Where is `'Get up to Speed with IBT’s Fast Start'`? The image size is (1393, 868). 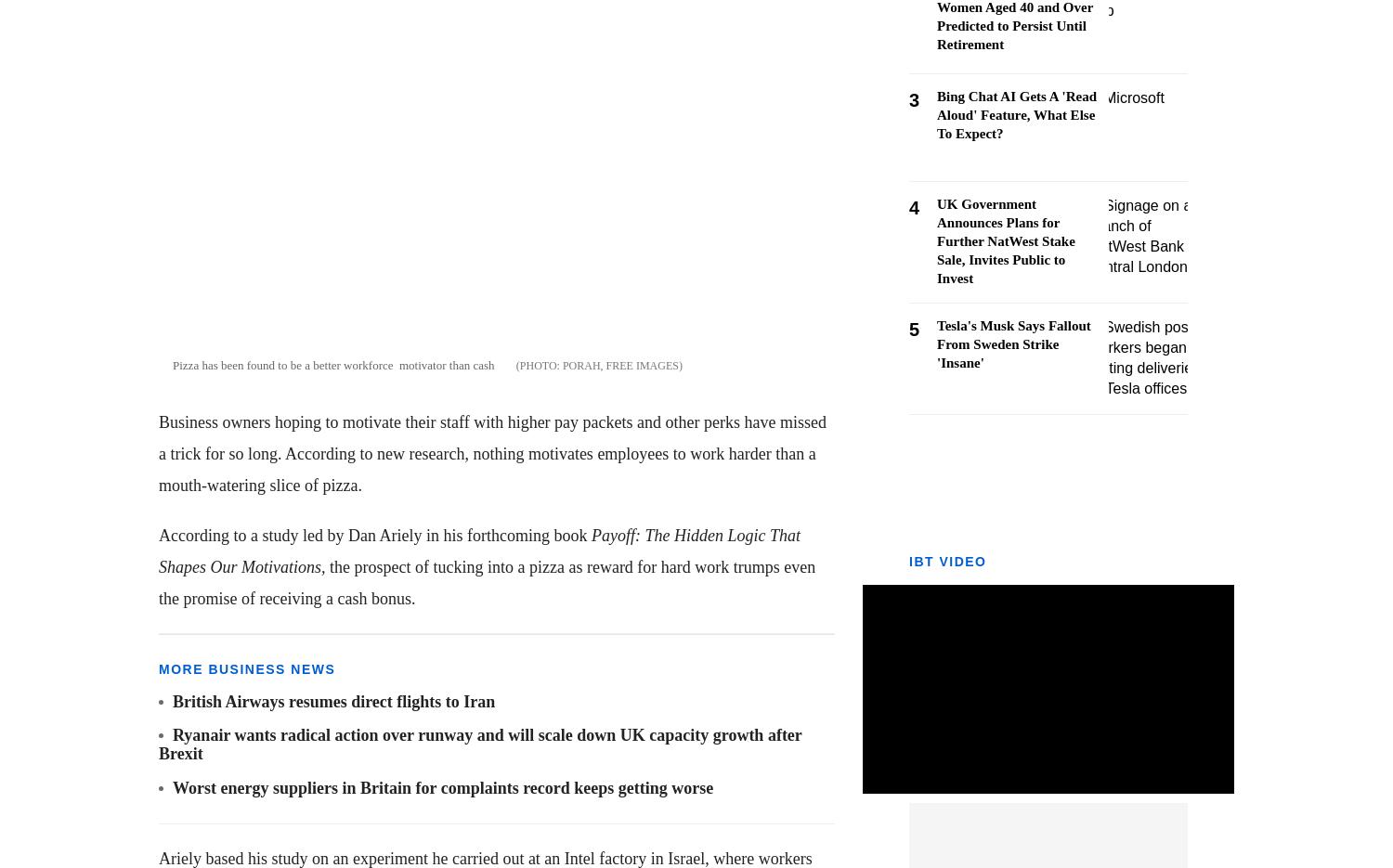
'Get up to Speed with IBT’s Fast Start' is located at coordinates (1084, 452).